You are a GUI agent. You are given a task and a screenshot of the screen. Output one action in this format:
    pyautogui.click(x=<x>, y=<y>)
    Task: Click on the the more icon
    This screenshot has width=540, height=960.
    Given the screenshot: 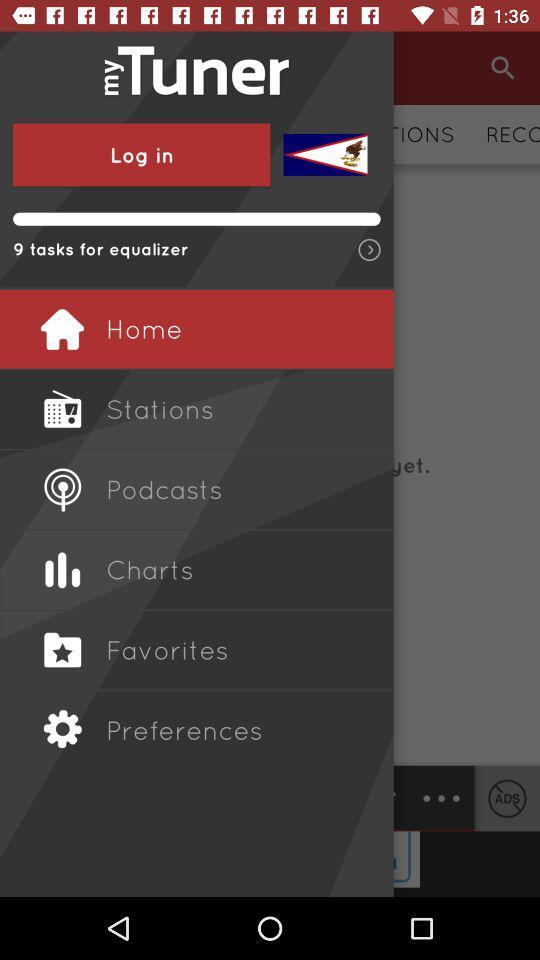 What is the action you would take?
    pyautogui.click(x=441, y=798)
    